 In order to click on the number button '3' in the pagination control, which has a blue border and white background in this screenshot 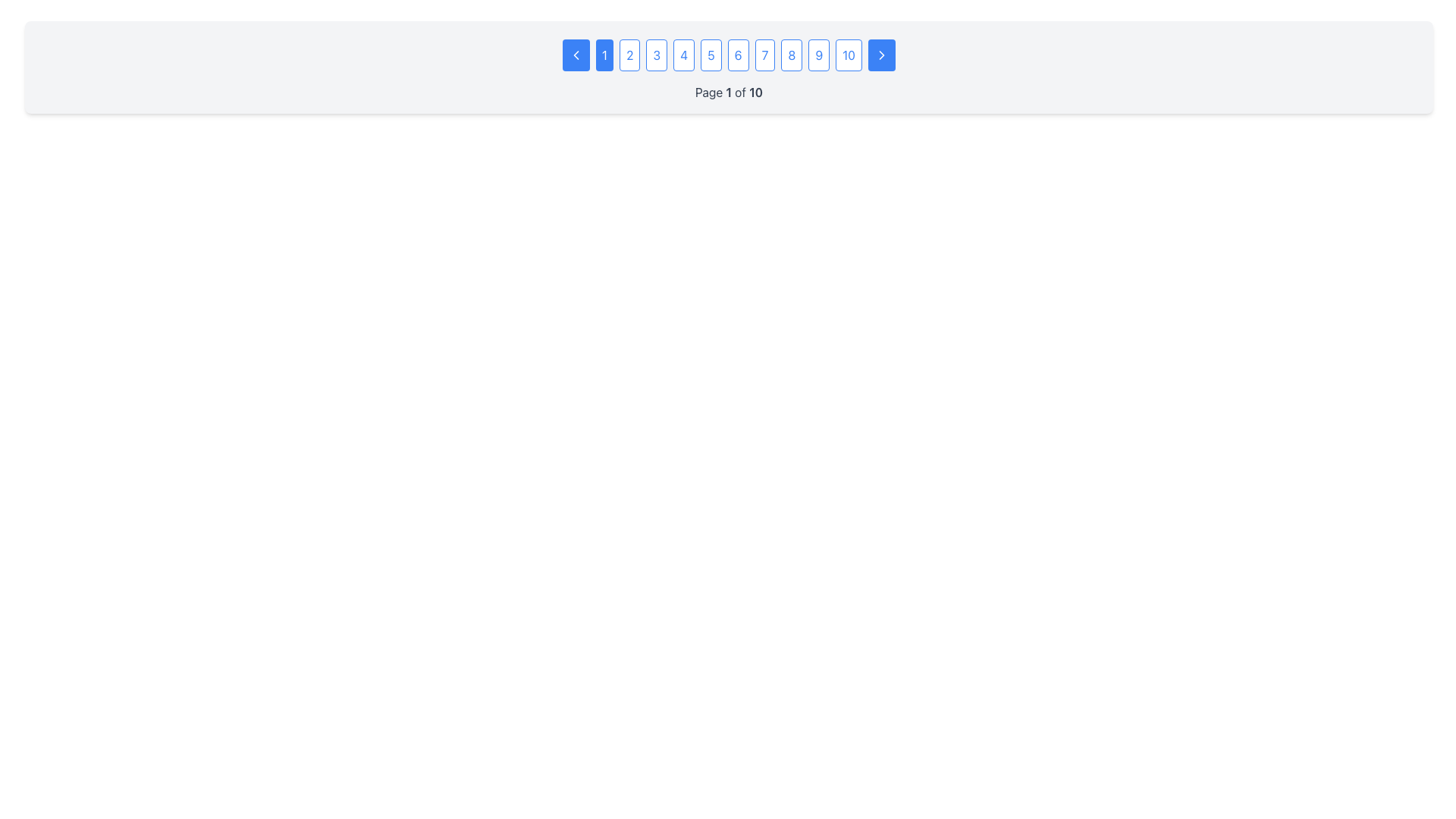, I will do `click(657, 55)`.